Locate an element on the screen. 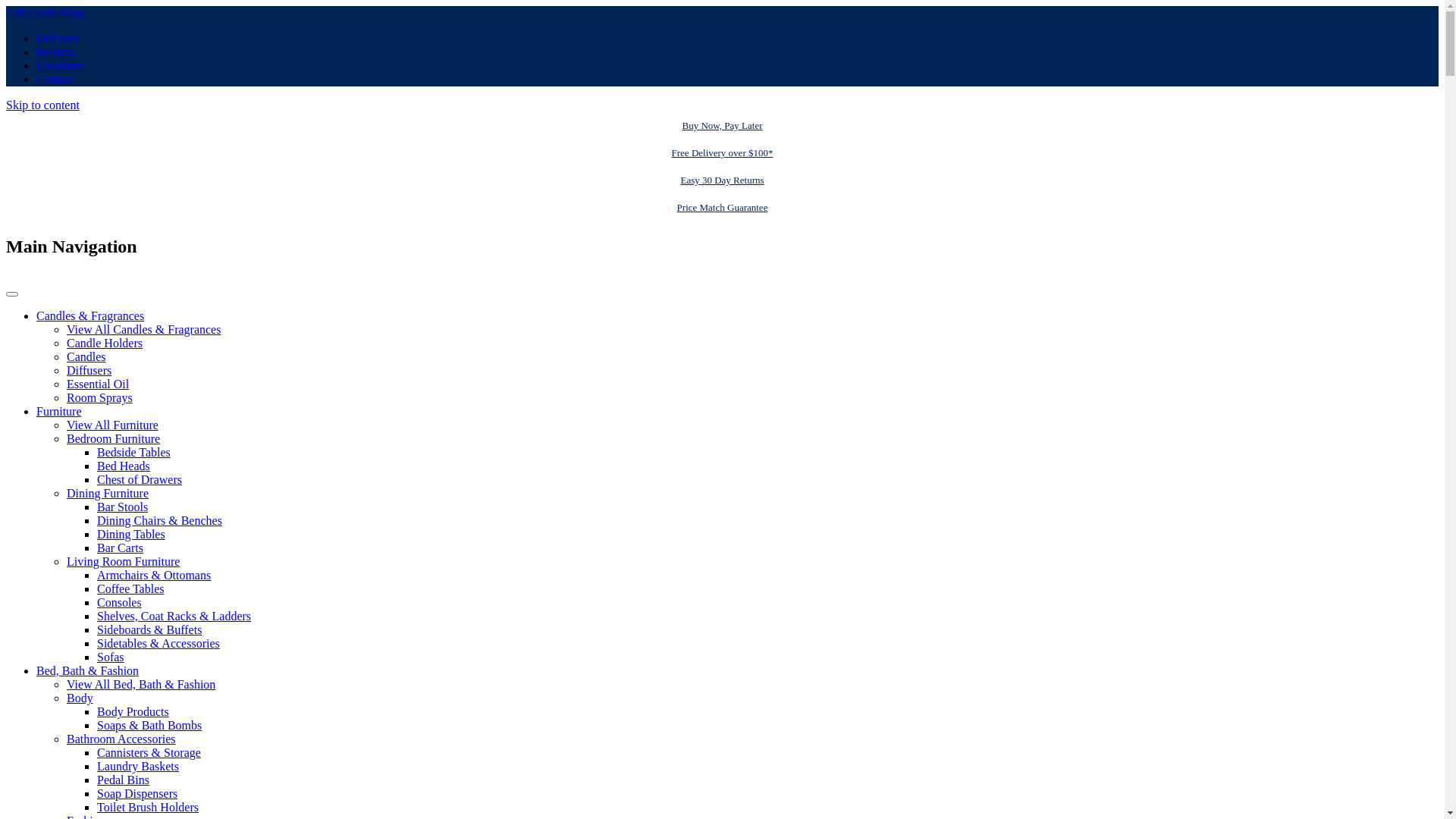 The image size is (1456, 819). 'Price Match Guarantee' is located at coordinates (721, 207).